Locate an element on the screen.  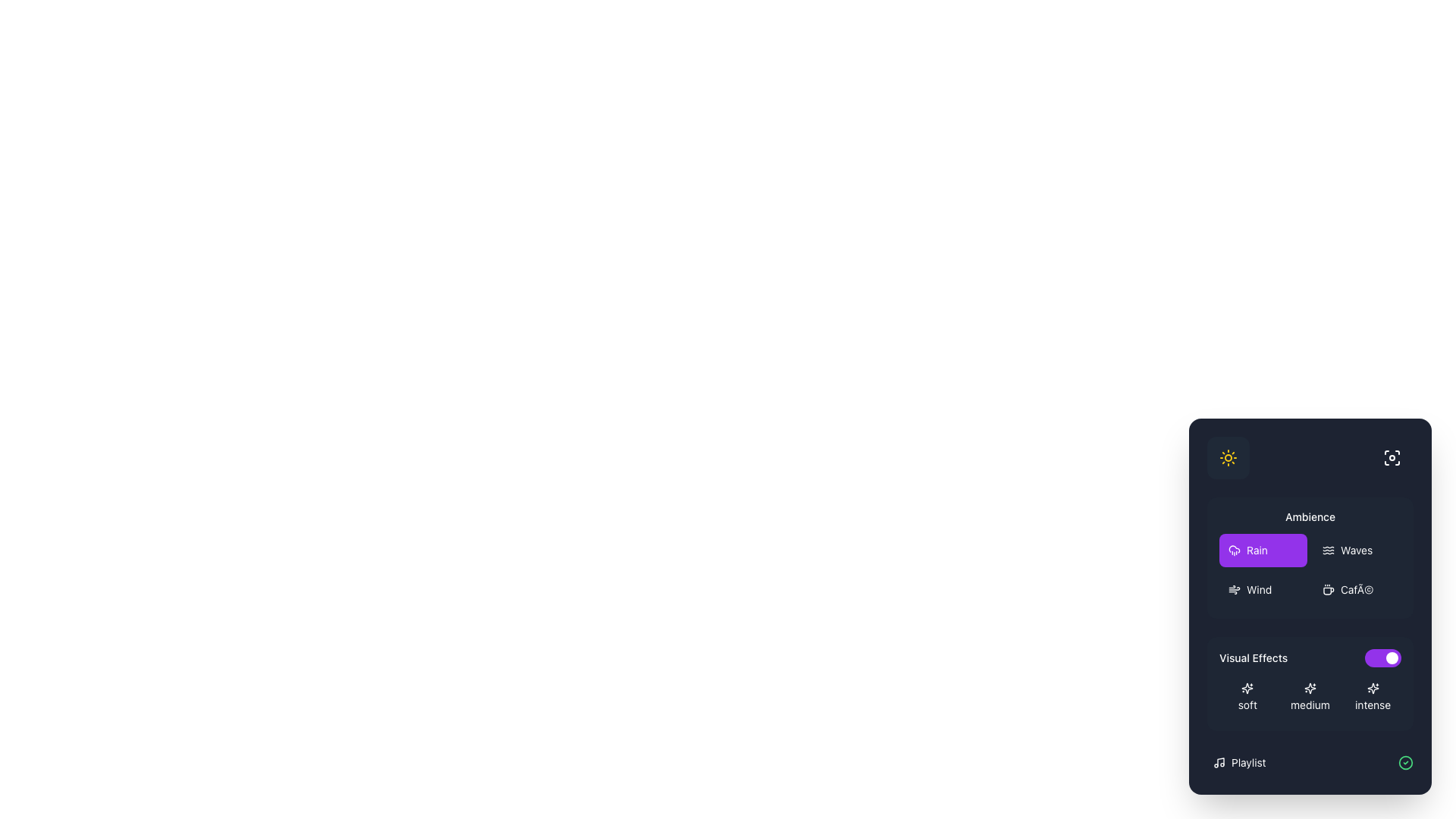
the 'Wind' ambience setting button, which is the third option in a 2x2 grid of the 'Ambience' section, located in the bottom-left segment adjacent to 'Rain' and 'Waves', and directly above 'Café' is located at coordinates (1263, 589).